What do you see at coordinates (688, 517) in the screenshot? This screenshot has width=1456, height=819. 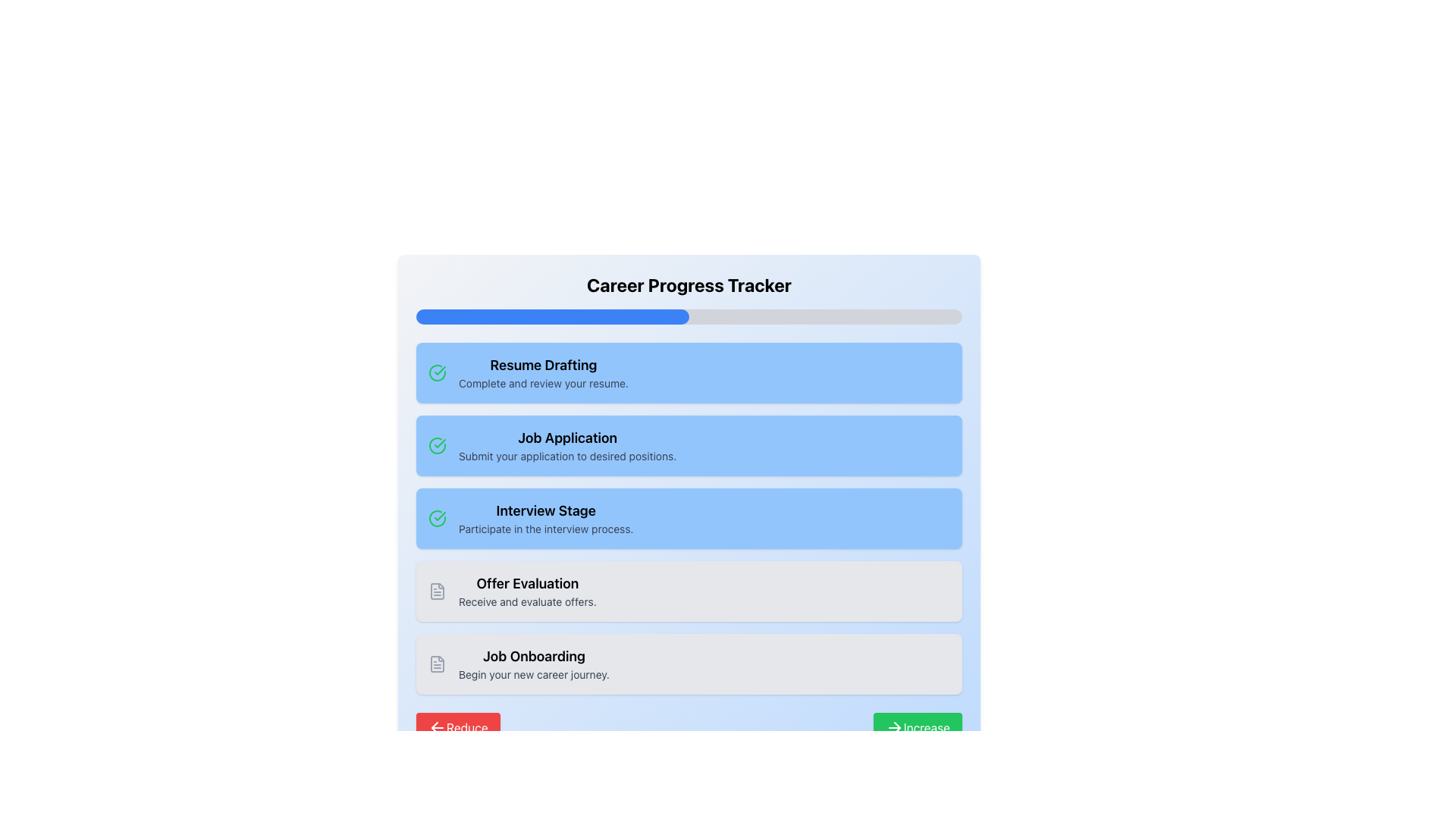 I see `the third list item in the workflow interface, which indicates the 'Interview Stage' and is positioned between 'Job Application' and 'Offer Evaluation'` at bounding box center [688, 517].